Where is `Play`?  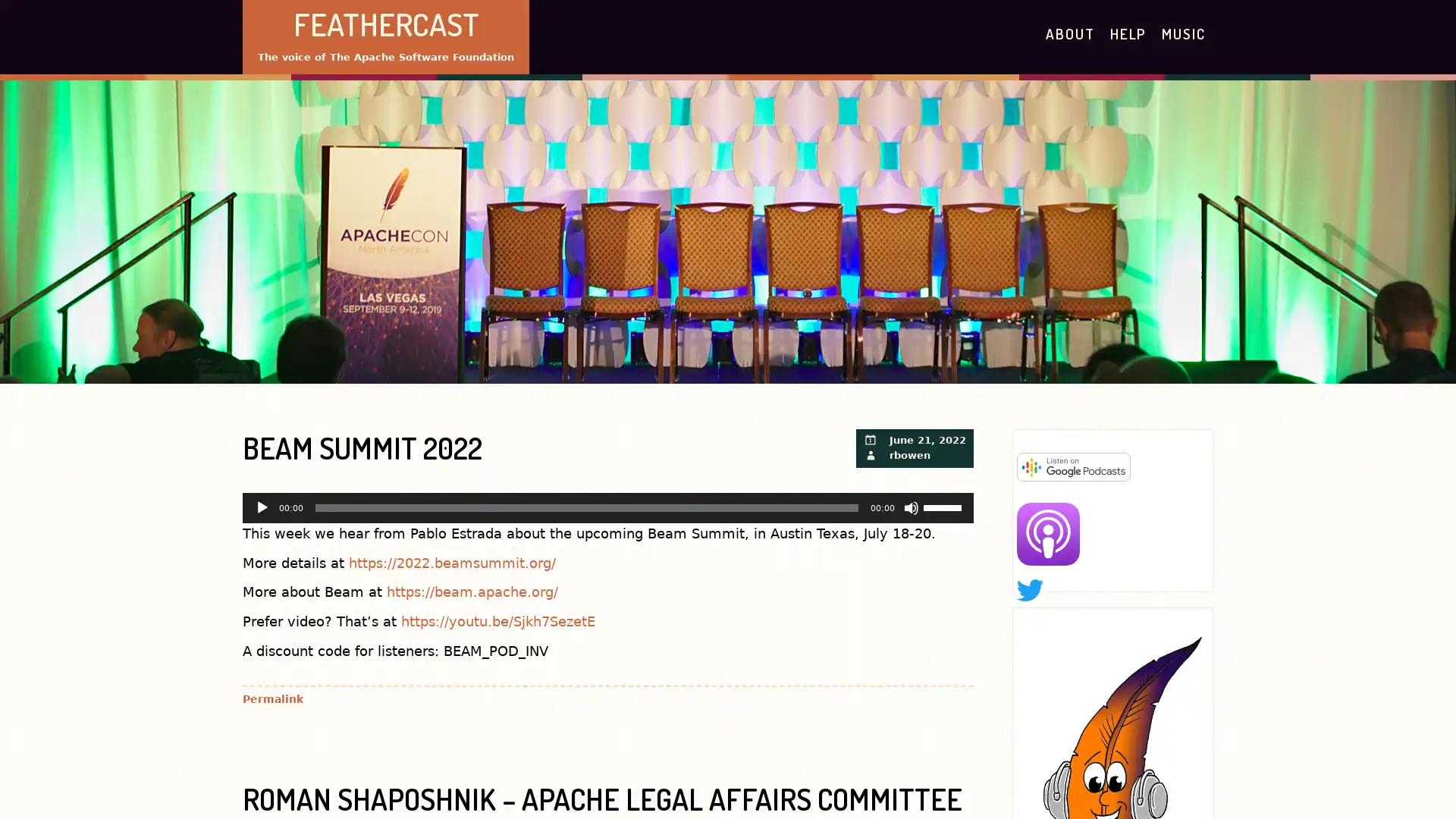 Play is located at coordinates (262, 507).